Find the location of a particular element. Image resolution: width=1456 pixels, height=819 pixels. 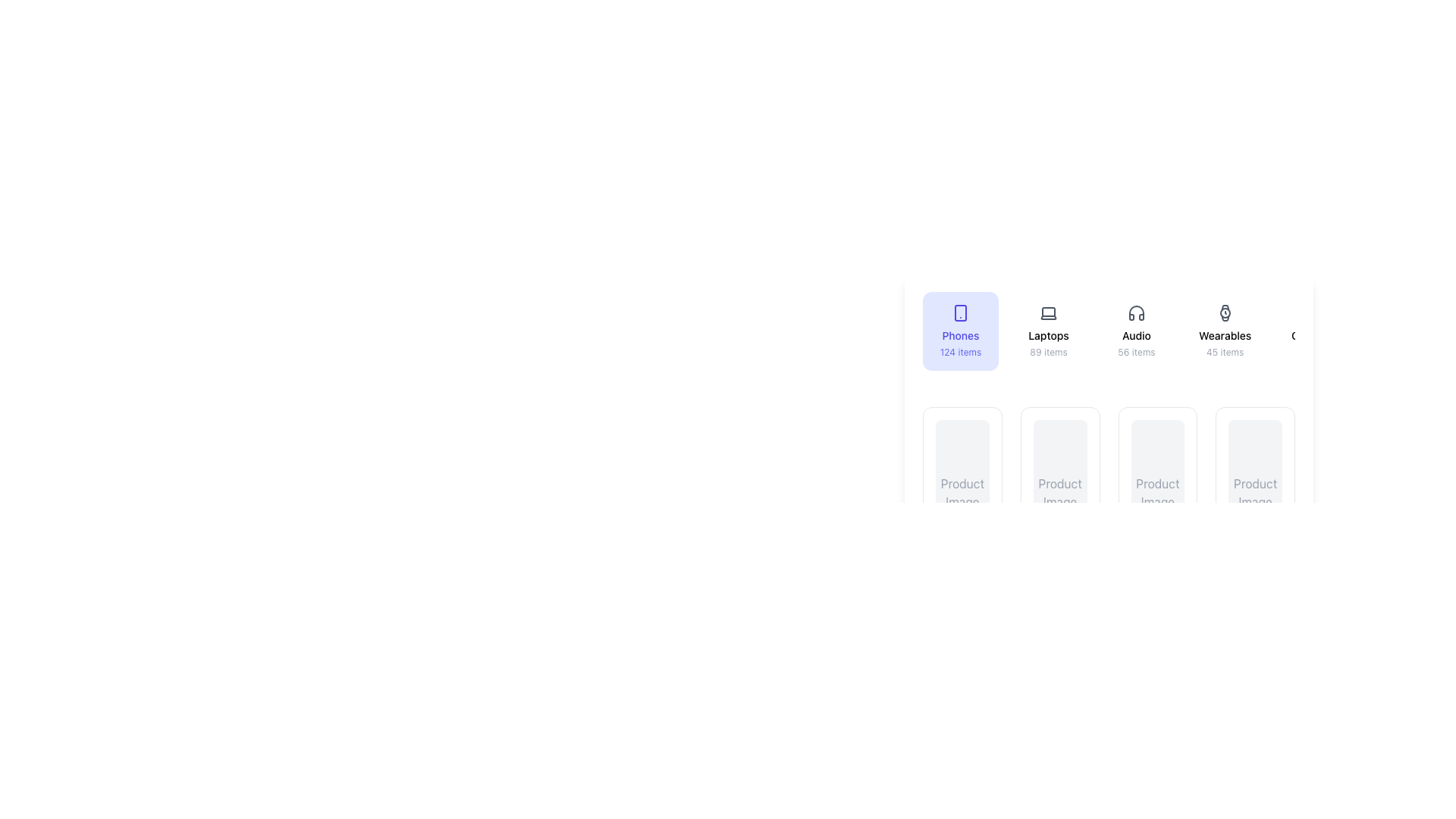

the 'Laptops' category icon within the navigation bar, which is the second graphic representing laptops, located centrally in the navigation bar near the top of the interface is located at coordinates (1047, 312).